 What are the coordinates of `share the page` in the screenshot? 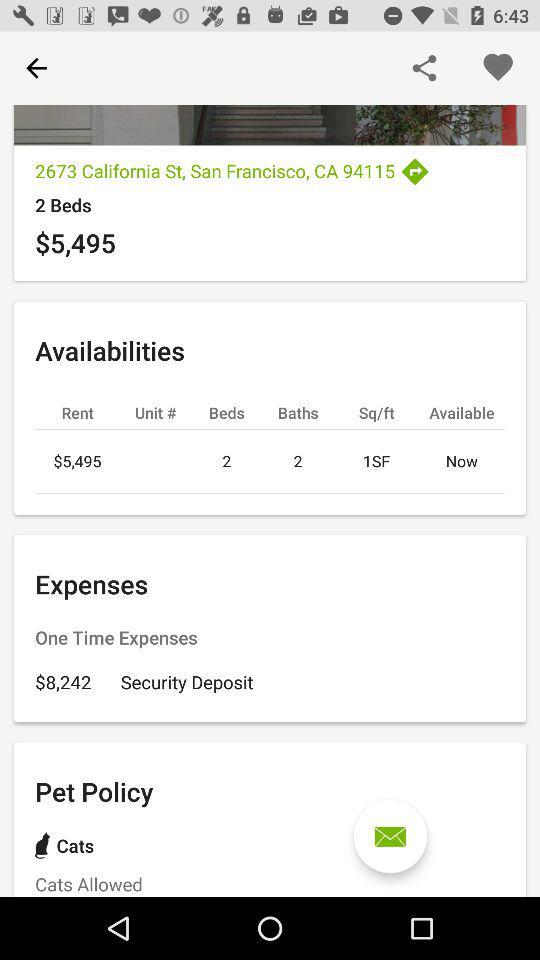 It's located at (423, 68).